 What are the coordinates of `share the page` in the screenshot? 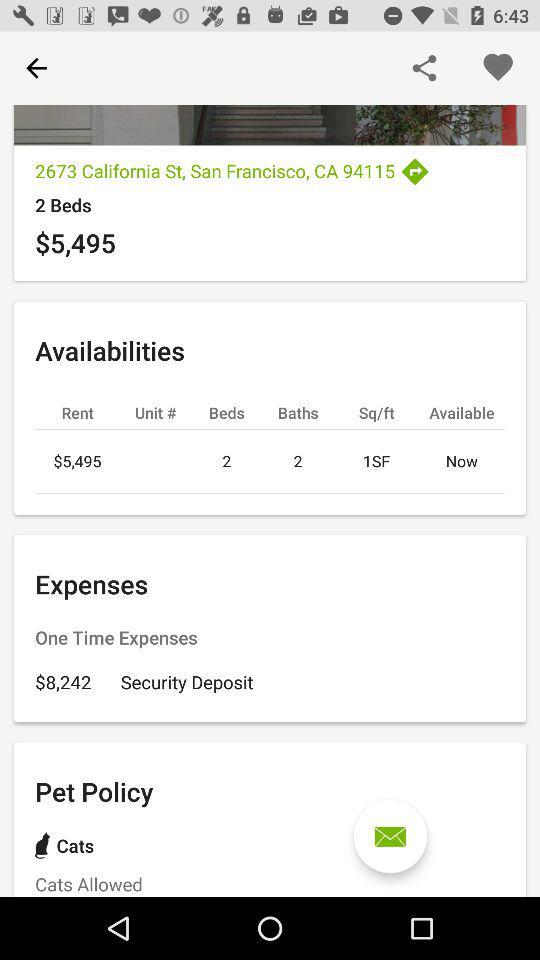 It's located at (423, 68).